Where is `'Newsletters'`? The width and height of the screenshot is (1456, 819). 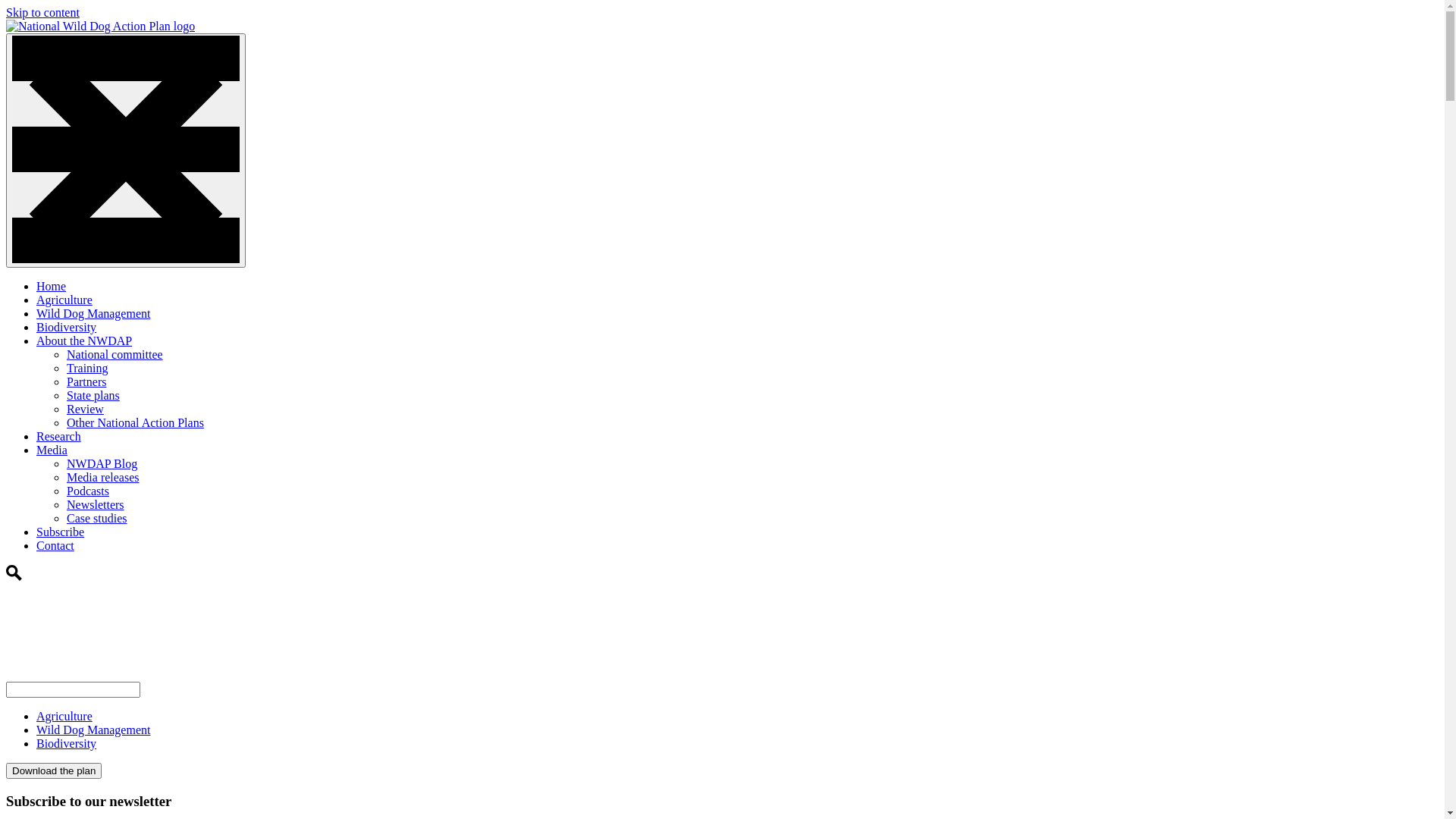 'Newsletters' is located at coordinates (94, 504).